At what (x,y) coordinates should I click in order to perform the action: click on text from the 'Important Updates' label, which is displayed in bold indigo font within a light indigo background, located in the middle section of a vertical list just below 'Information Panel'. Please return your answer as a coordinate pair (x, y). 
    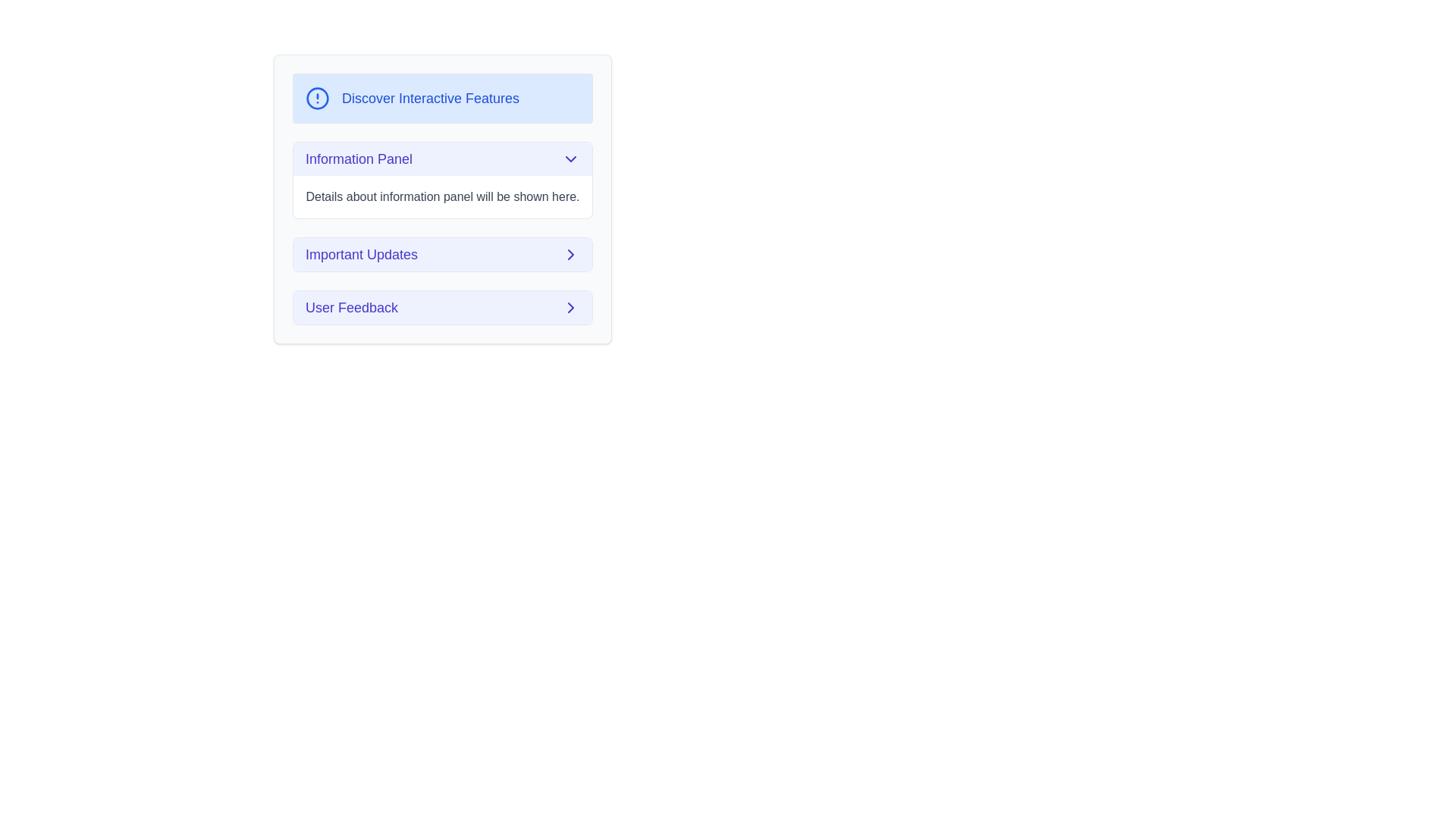
    Looking at the image, I should click on (361, 253).